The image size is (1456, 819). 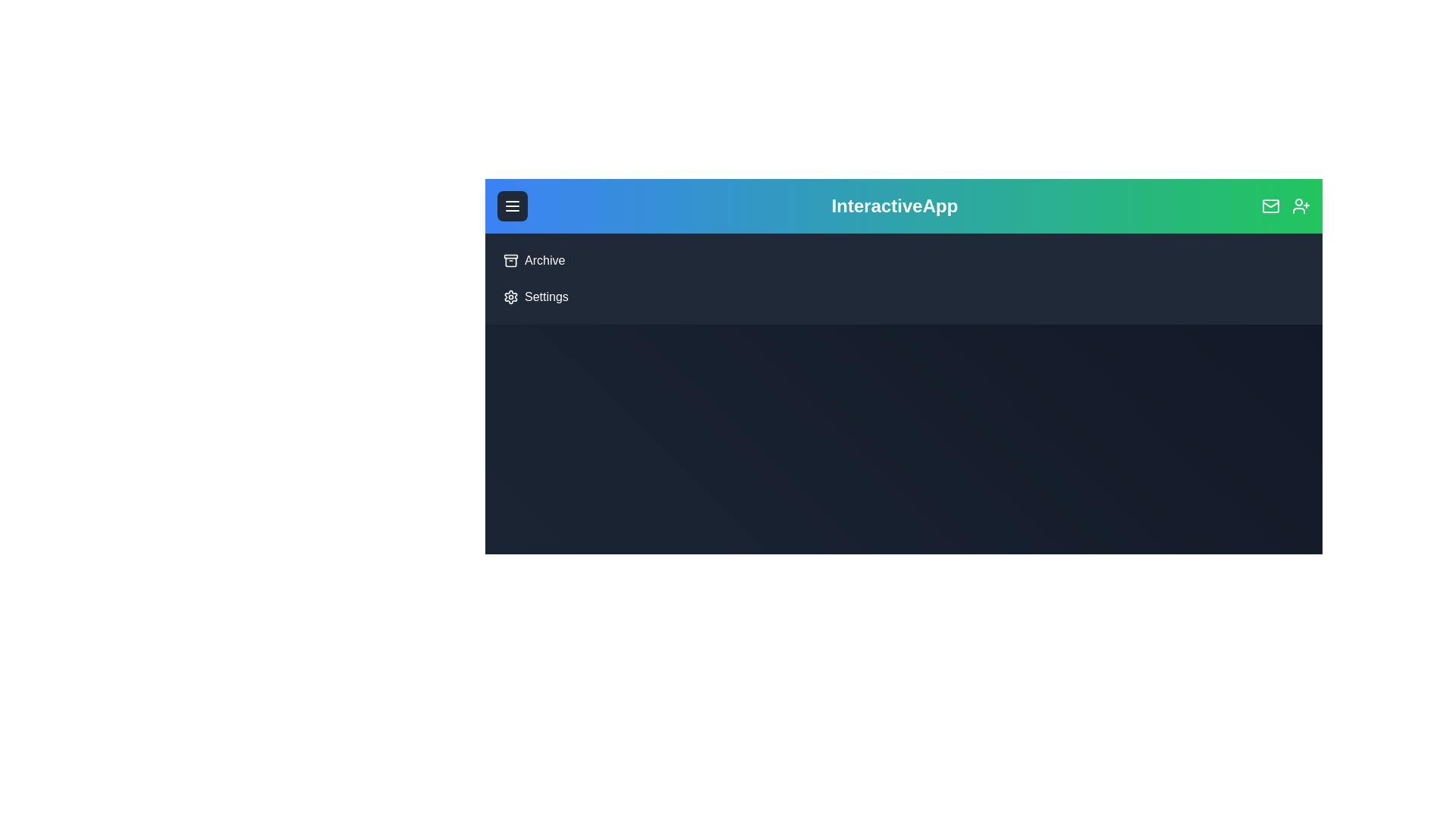 What do you see at coordinates (513, 206) in the screenshot?
I see `the menu button to toggle the navigation menu` at bounding box center [513, 206].